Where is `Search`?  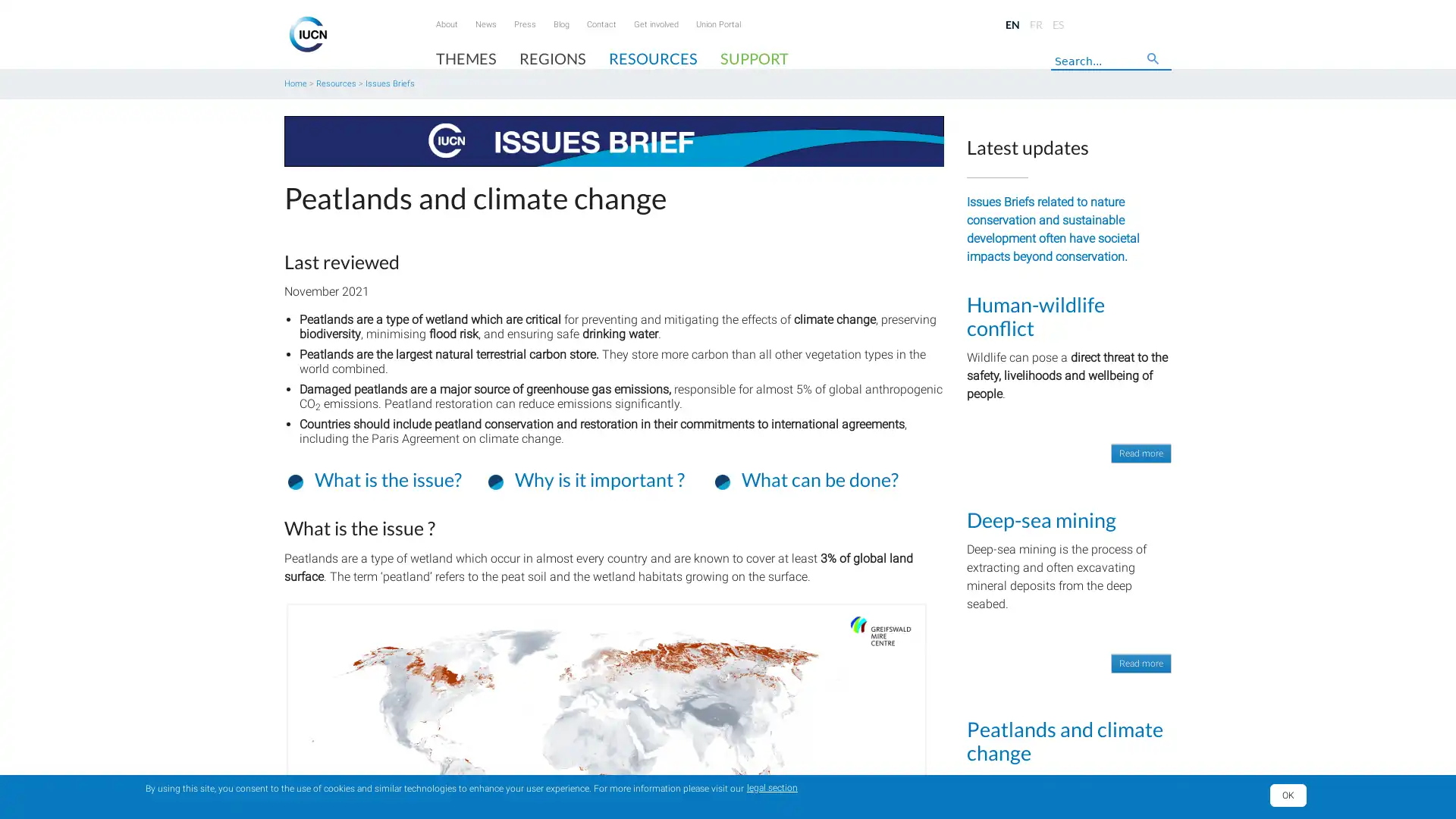
Search is located at coordinates (1156, 62).